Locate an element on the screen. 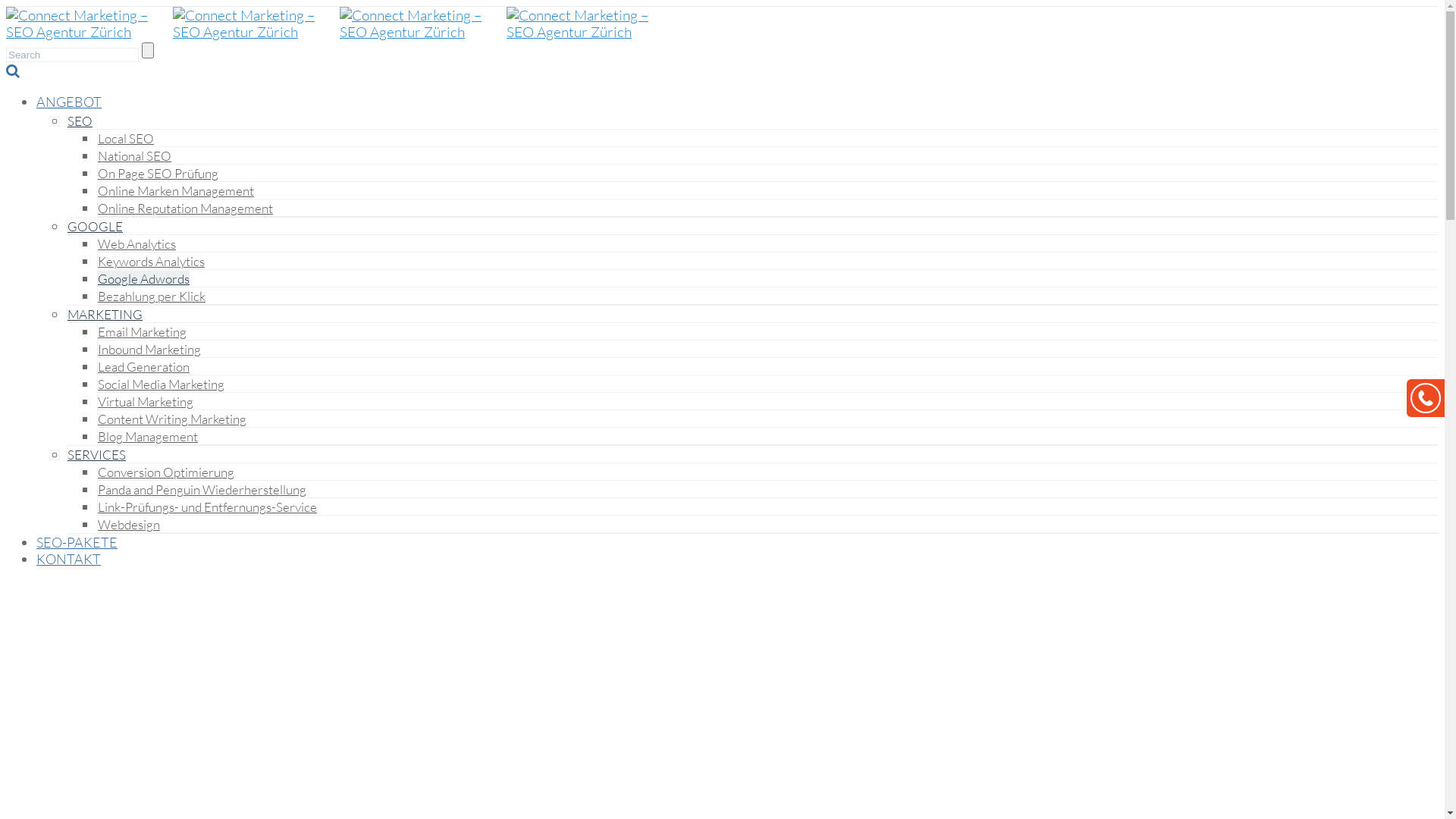  'Virtual Marketing' is located at coordinates (145, 400).